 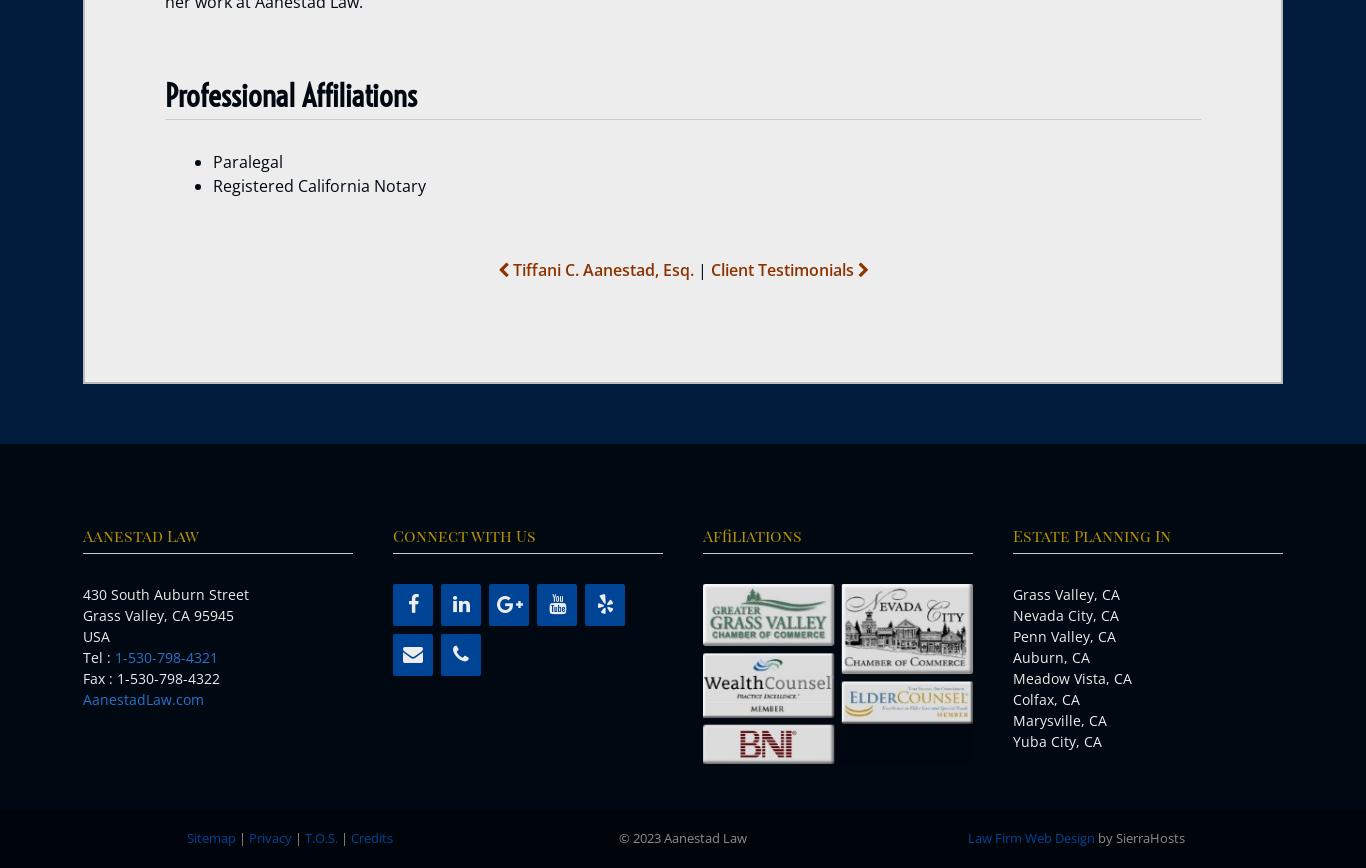 What do you see at coordinates (1137, 837) in the screenshot?
I see `'by SierraHosts'` at bounding box center [1137, 837].